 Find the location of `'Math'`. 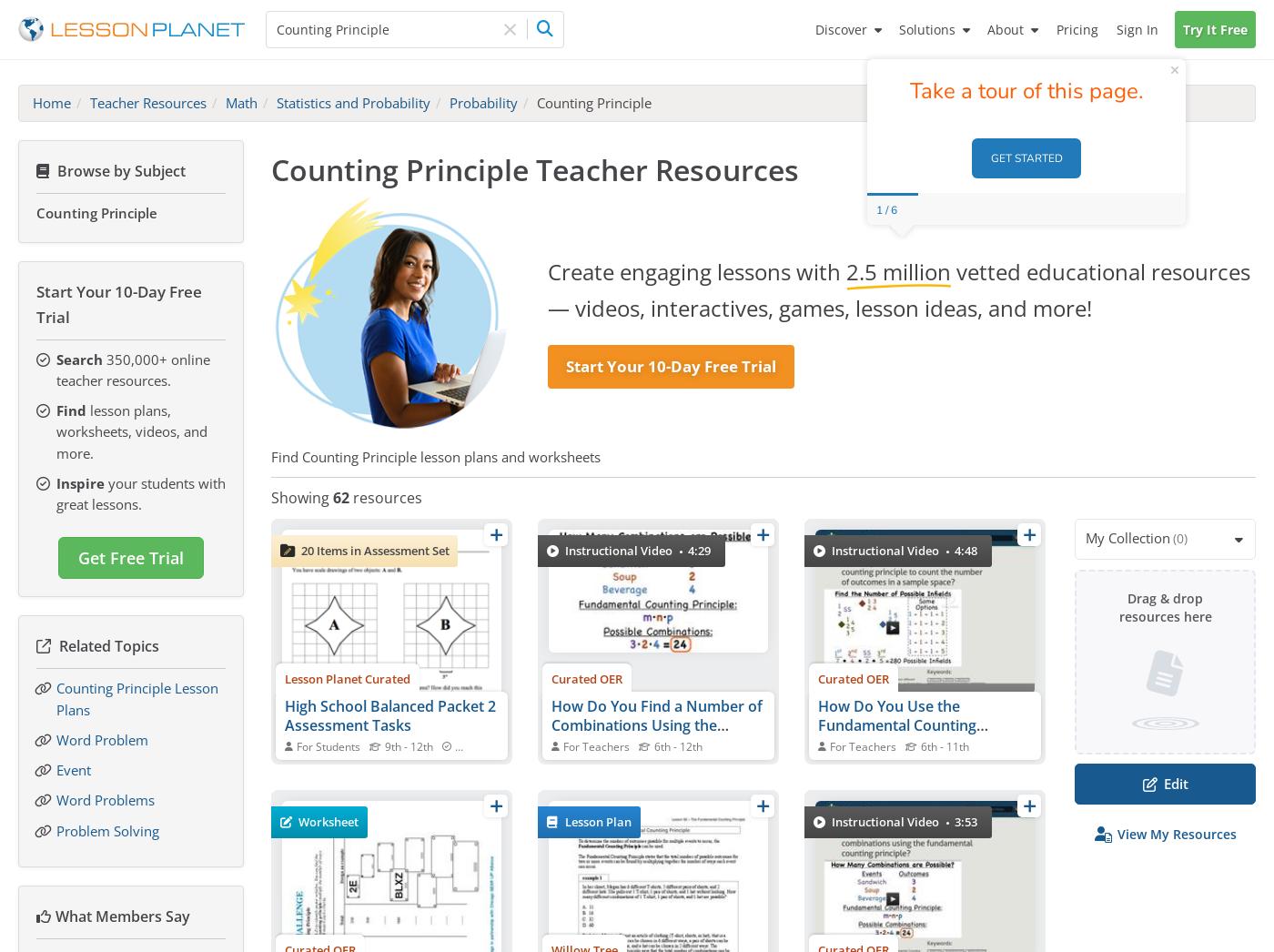

'Math' is located at coordinates (241, 101).